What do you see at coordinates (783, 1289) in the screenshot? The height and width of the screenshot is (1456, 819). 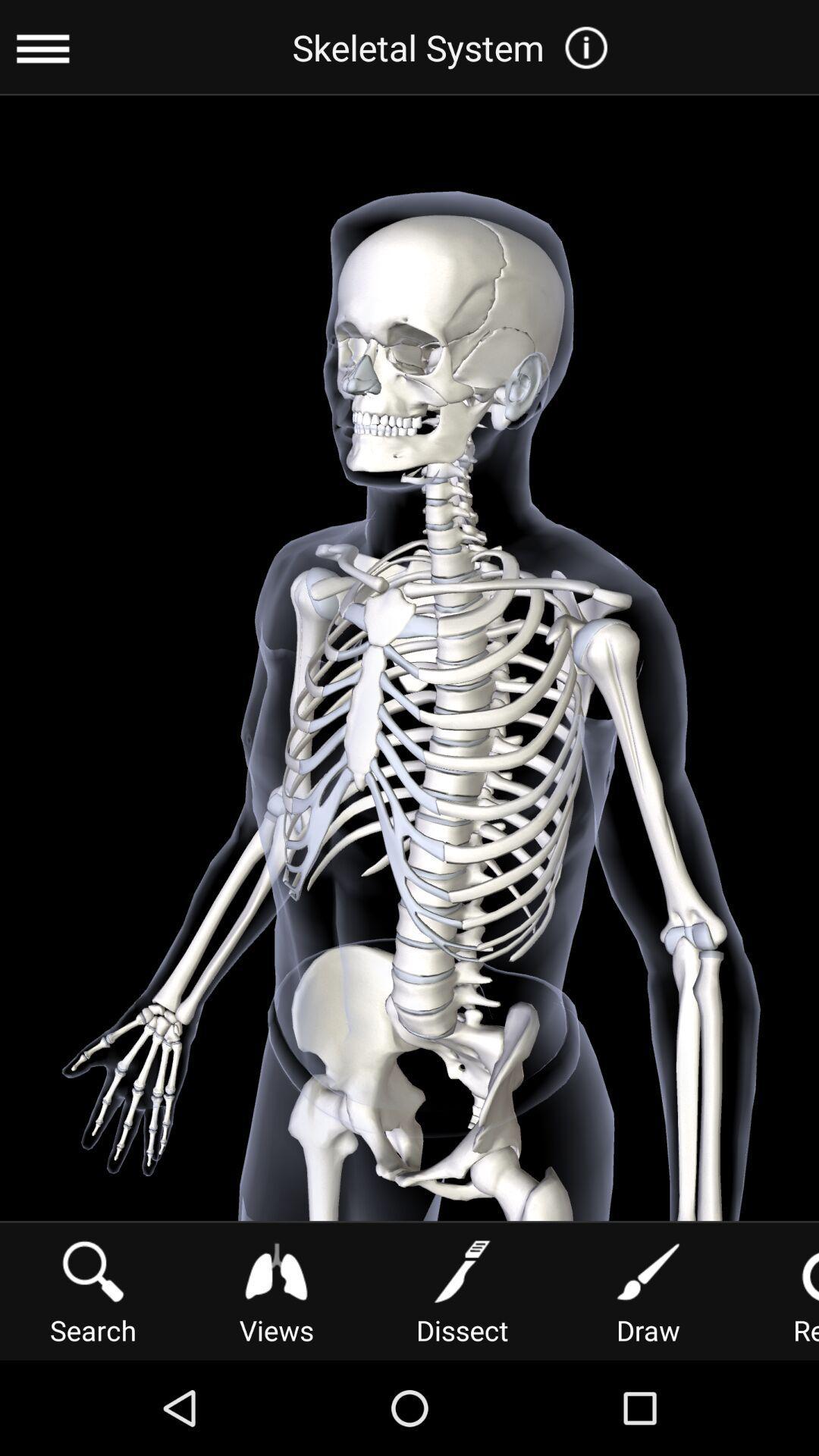 I see `reset icon` at bounding box center [783, 1289].